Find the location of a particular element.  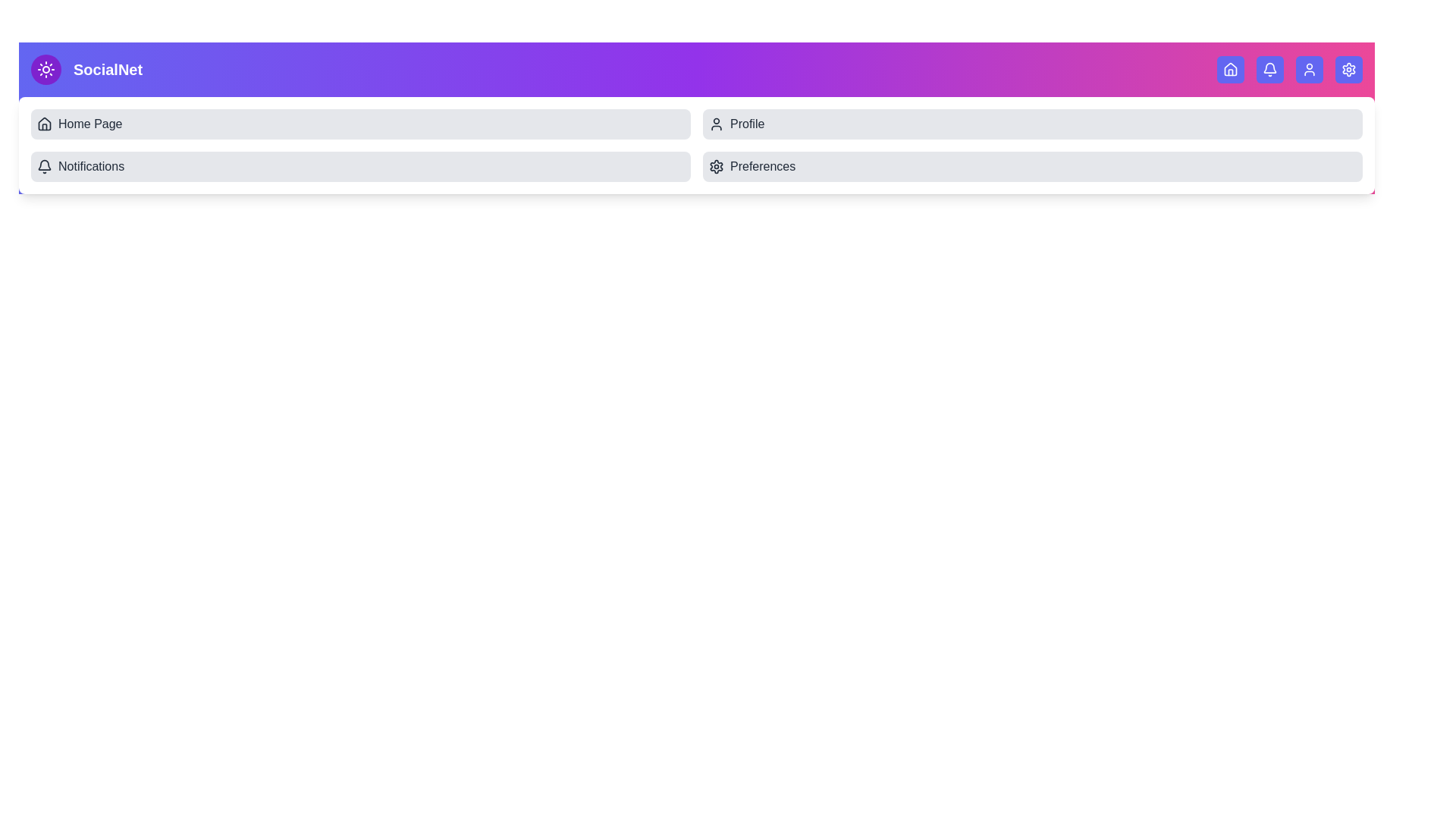

the menu item Home Page from the available options is located at coordinates (359, 124).